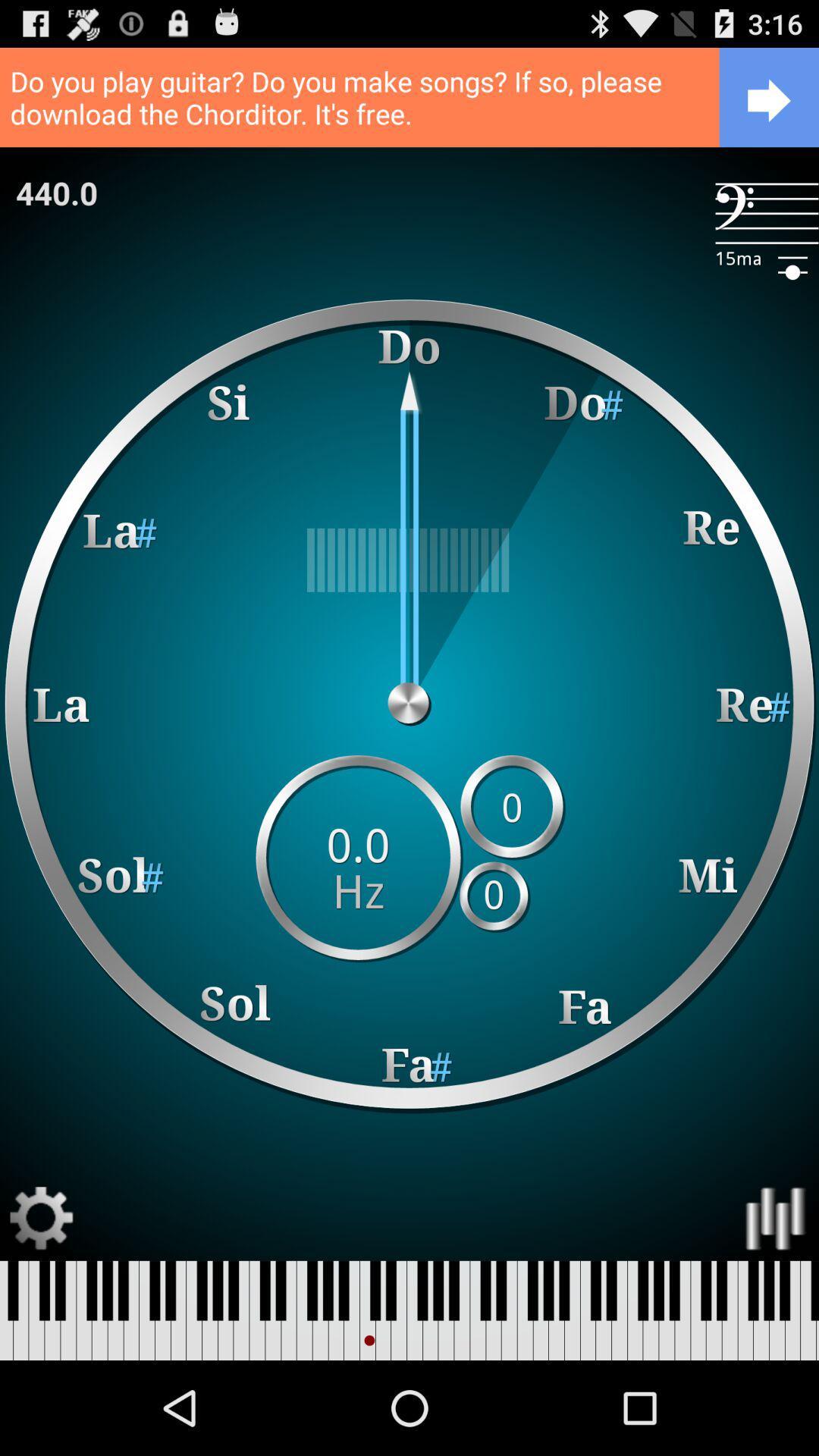 This screenshot has height=1456, width=819. Describe the element at coordinates (767, 212) in the screenshot. I see `the item to the right of 440.0` at that location.